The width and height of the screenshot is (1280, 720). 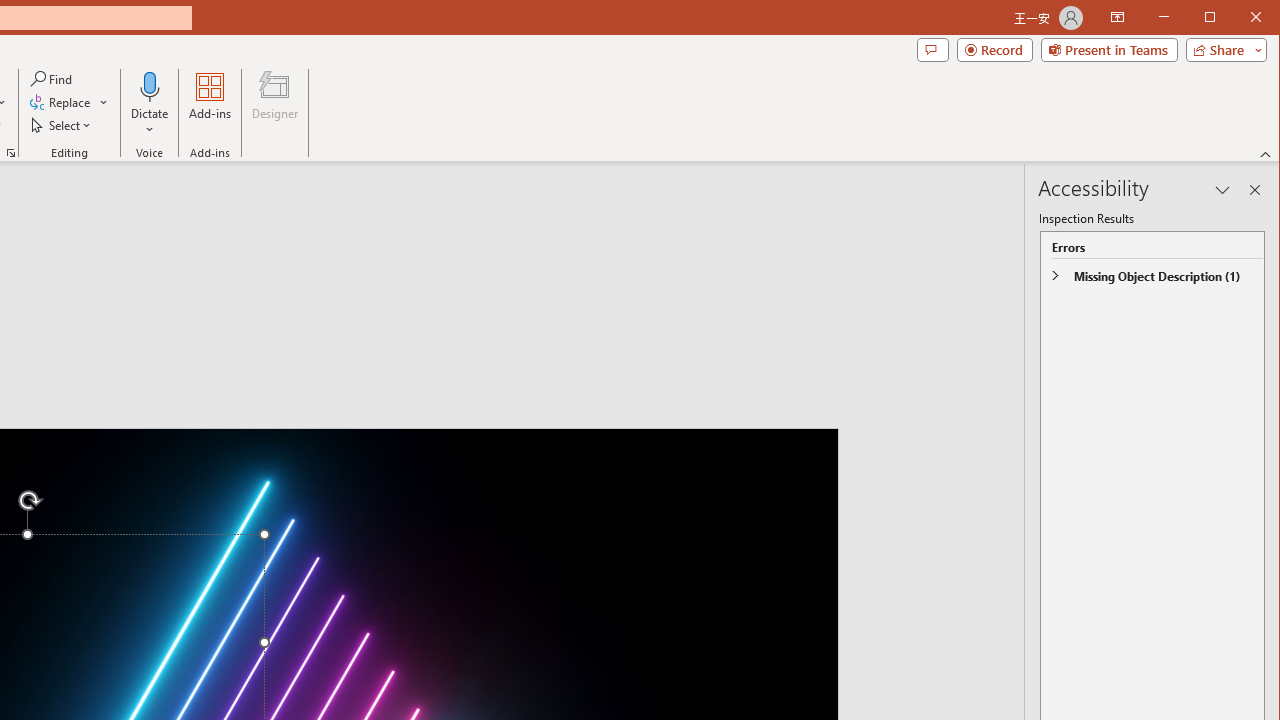 What do you see at coordinates (1238, 19) in the screenshot?
I see `'Maximize'` at bounding box center [1238, 19].